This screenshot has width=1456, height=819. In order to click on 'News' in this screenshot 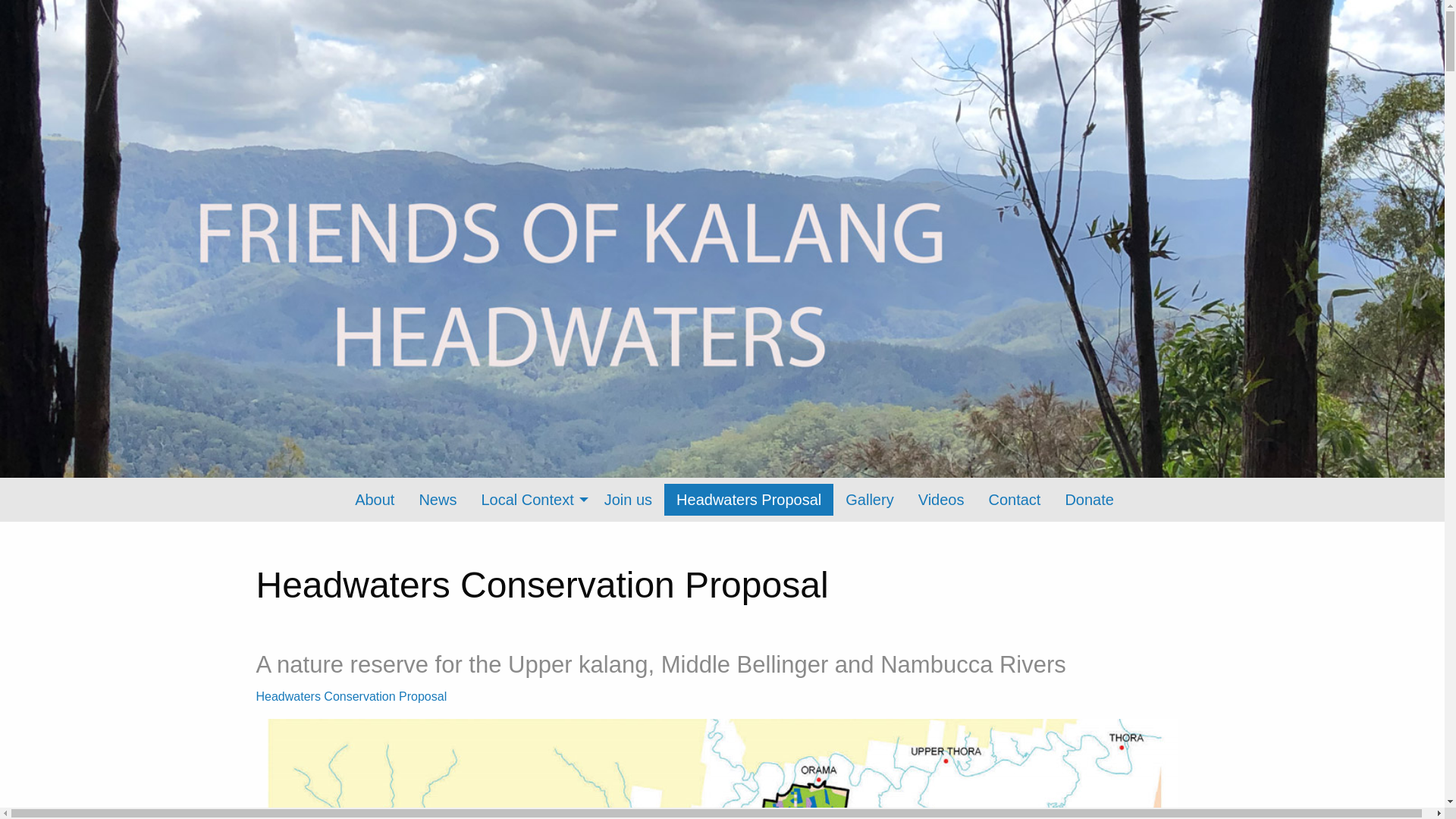, I will do `click(406, 500)`.